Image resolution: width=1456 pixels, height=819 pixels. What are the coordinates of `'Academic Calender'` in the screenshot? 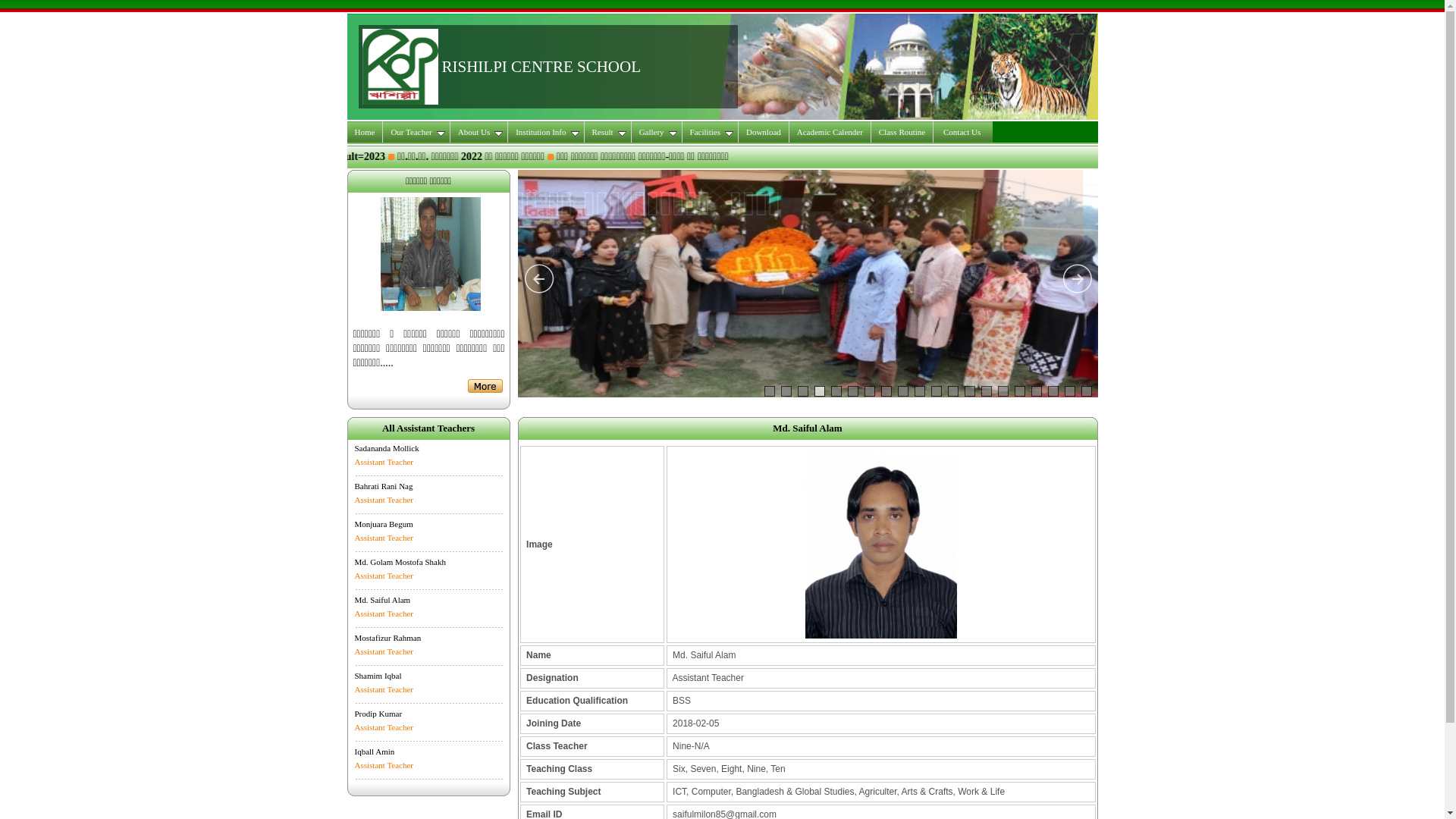 It's located at (829, 130).